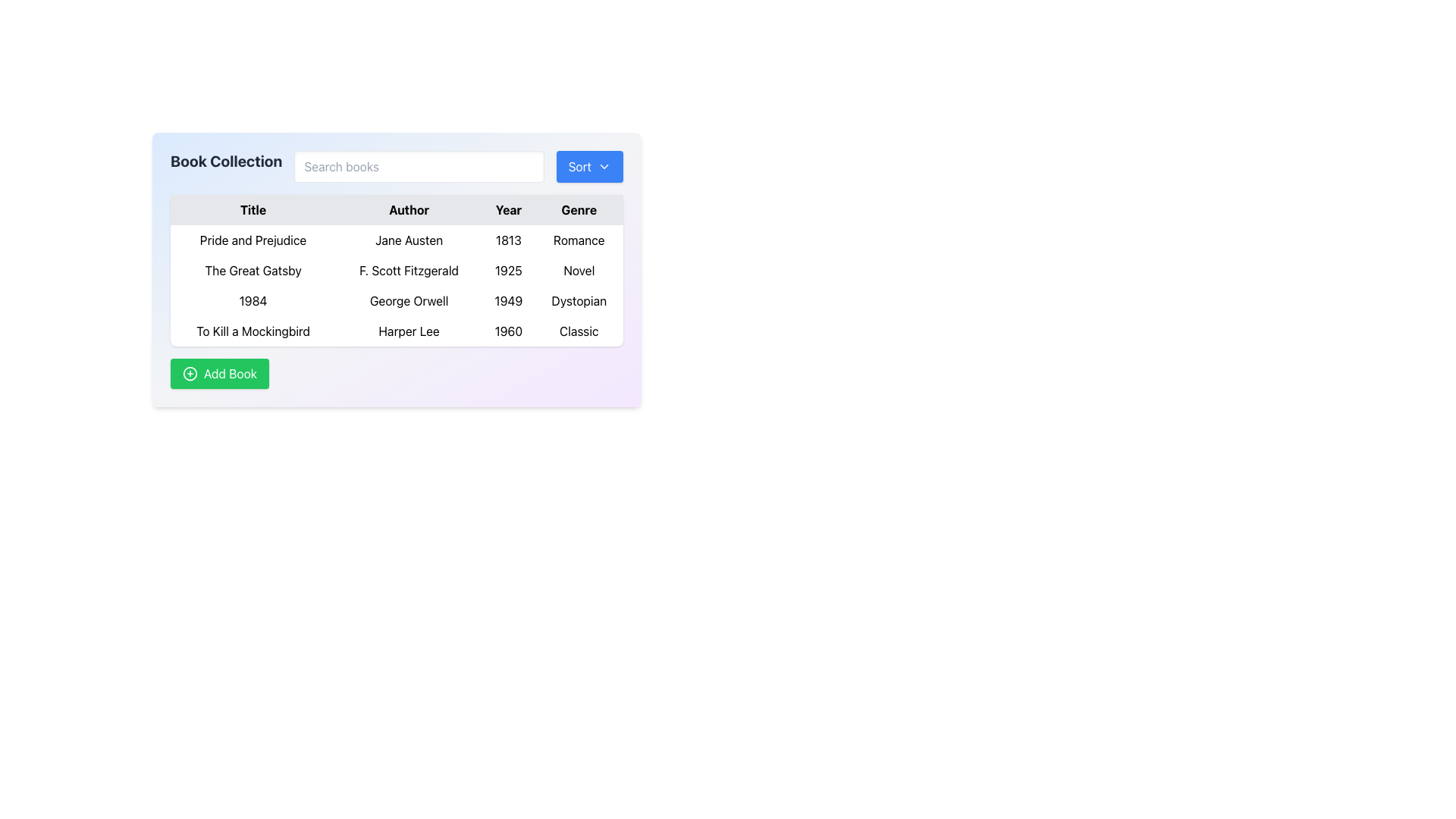 This screenshot has height=819, width=1456. I want to click on the green circular icon with a plus sign inside, located within the 'Add Book' button, to initiate the add book action, so click(189, 374).